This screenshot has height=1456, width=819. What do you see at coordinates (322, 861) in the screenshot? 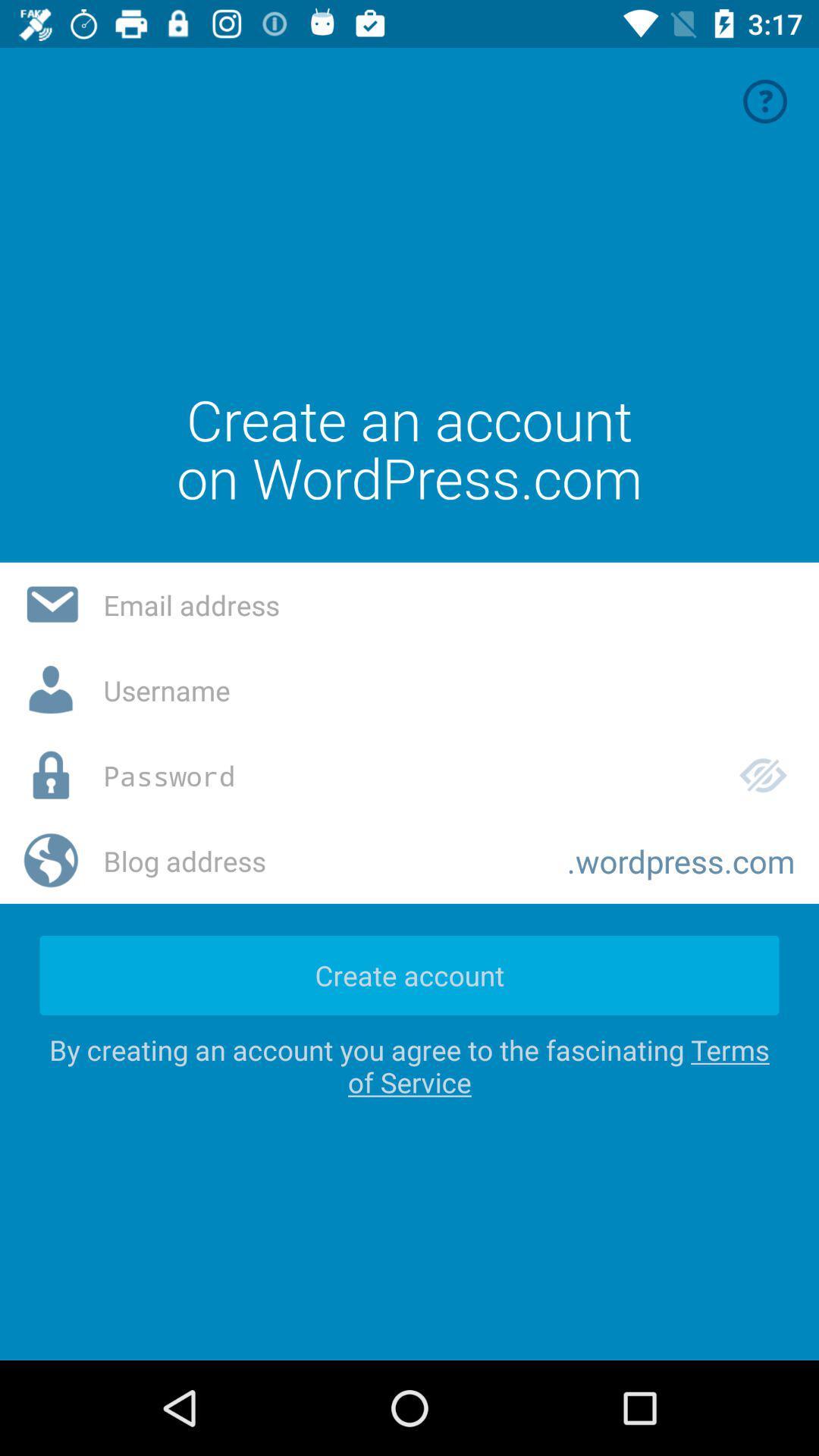
I see `item above create account` at bounding box center [322, 861].